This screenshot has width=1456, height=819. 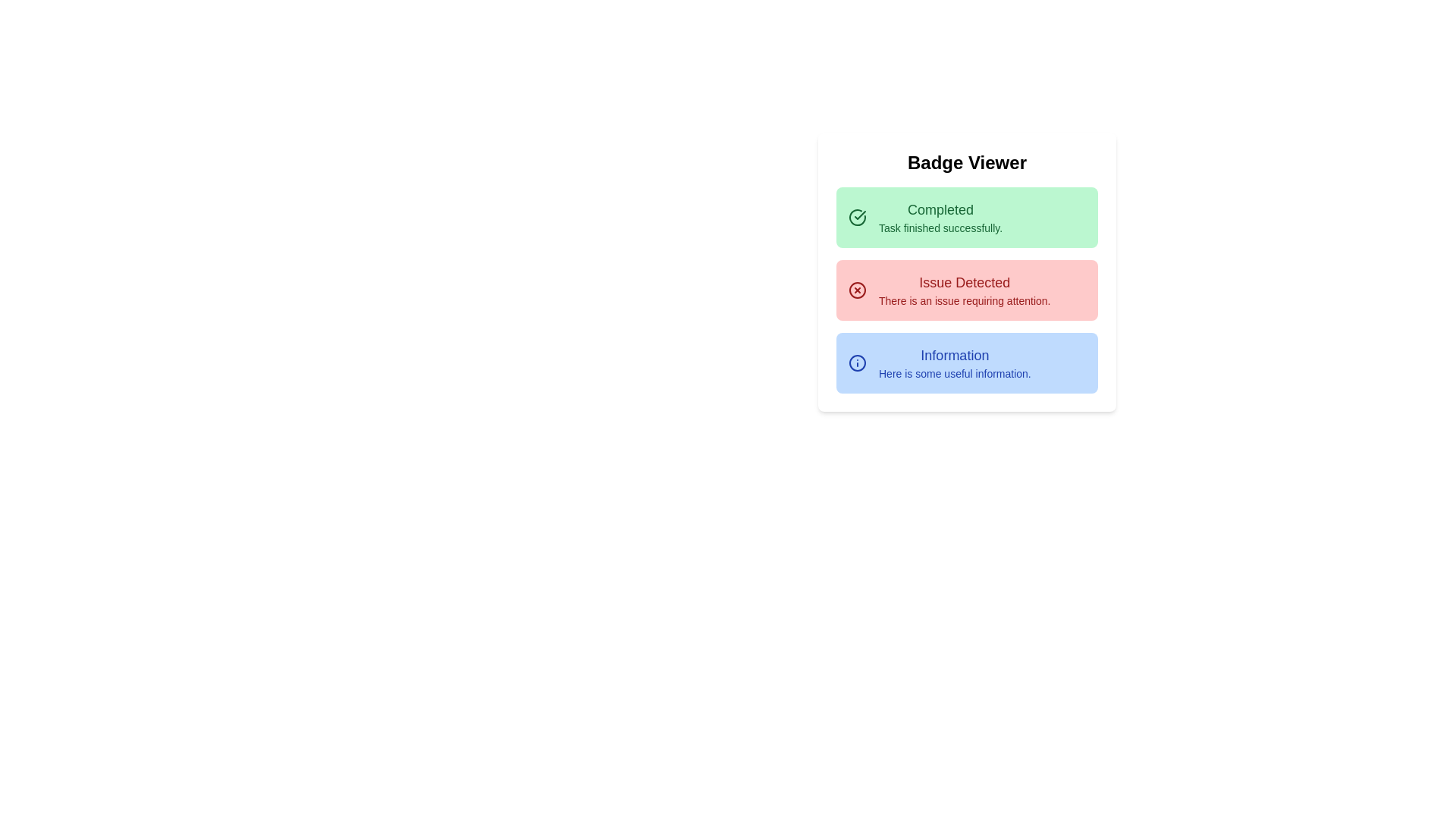 What do you see at coordinates (954, 362) in the screenshot?
I see `the static Text label at the bottom of the Badge Viewer card, which is the last item following the 'Issue Detected' and 'Completed' boxes` at bounding box center [954, 362].